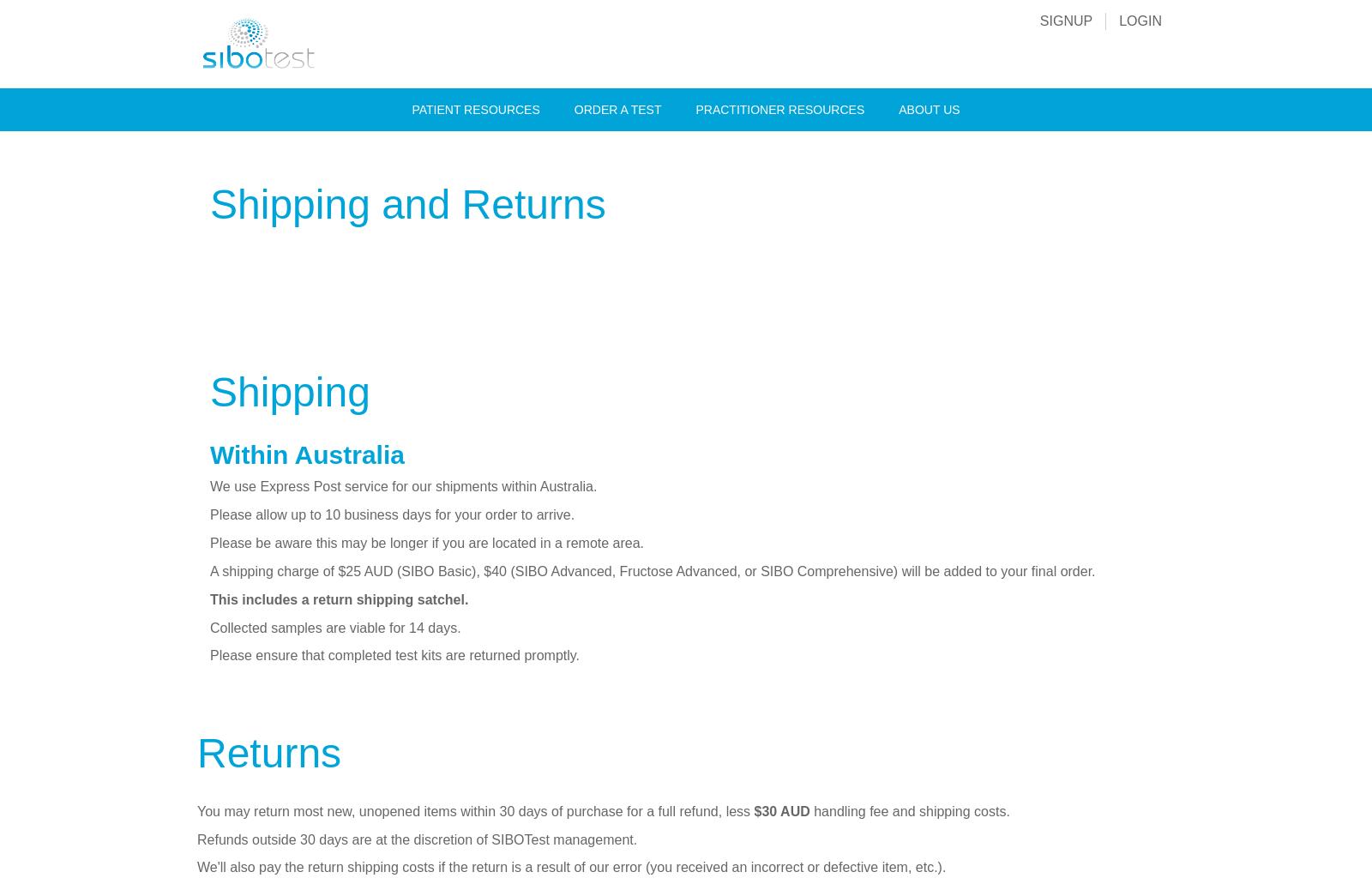 Image resolution: width=1372 pixels, height=890 pixels. I want to click on 'This includes a return shipping satchel.', so click(339, 598).